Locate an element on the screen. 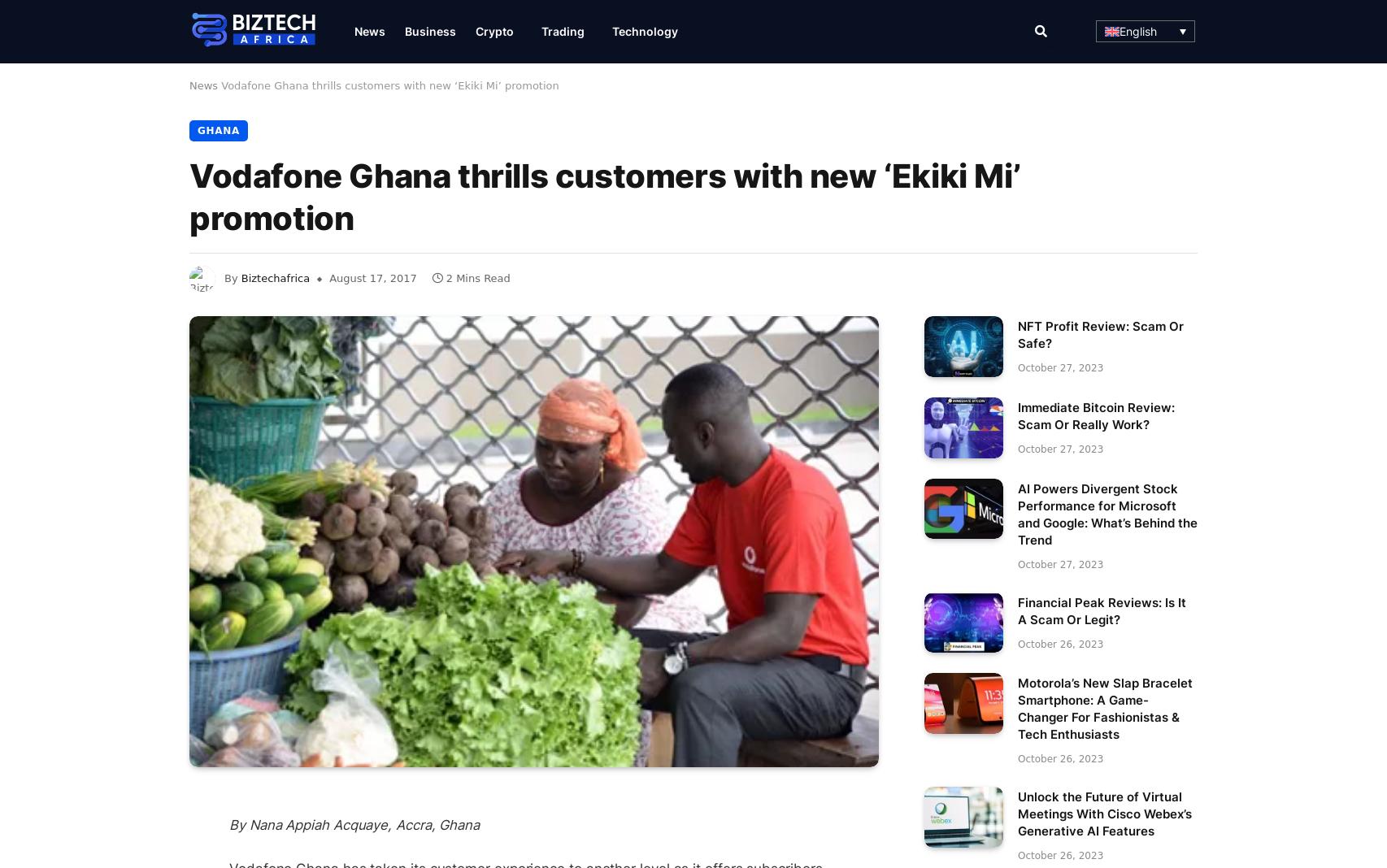 Image resolution: width=1387 pixels, height=868 pixels. 'Business' is located at coordinates (403, 29).